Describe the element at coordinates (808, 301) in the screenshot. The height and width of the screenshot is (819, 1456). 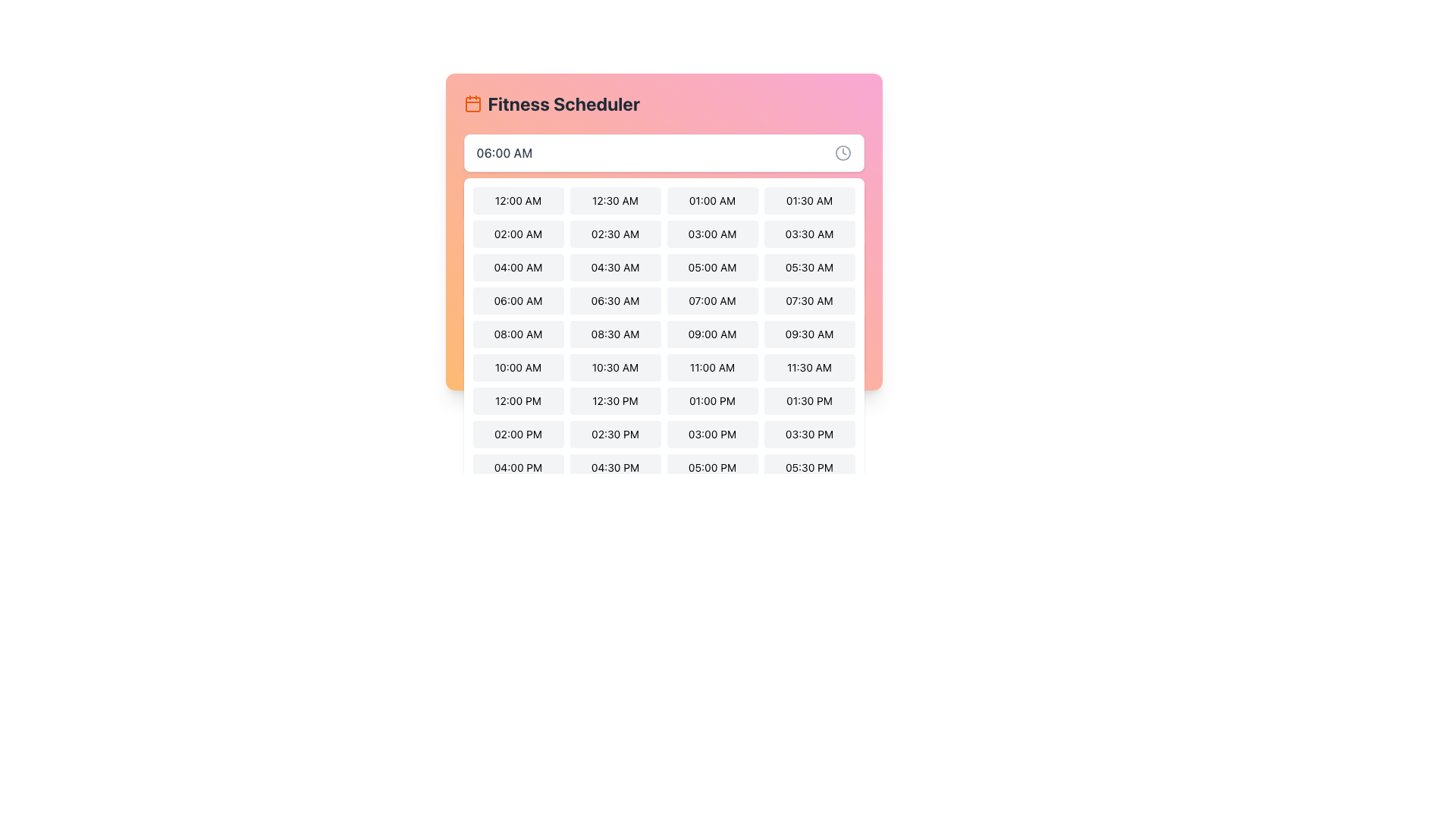
I see `the rectangular button with a light gray background displaying '07:30 AM'` at that location.